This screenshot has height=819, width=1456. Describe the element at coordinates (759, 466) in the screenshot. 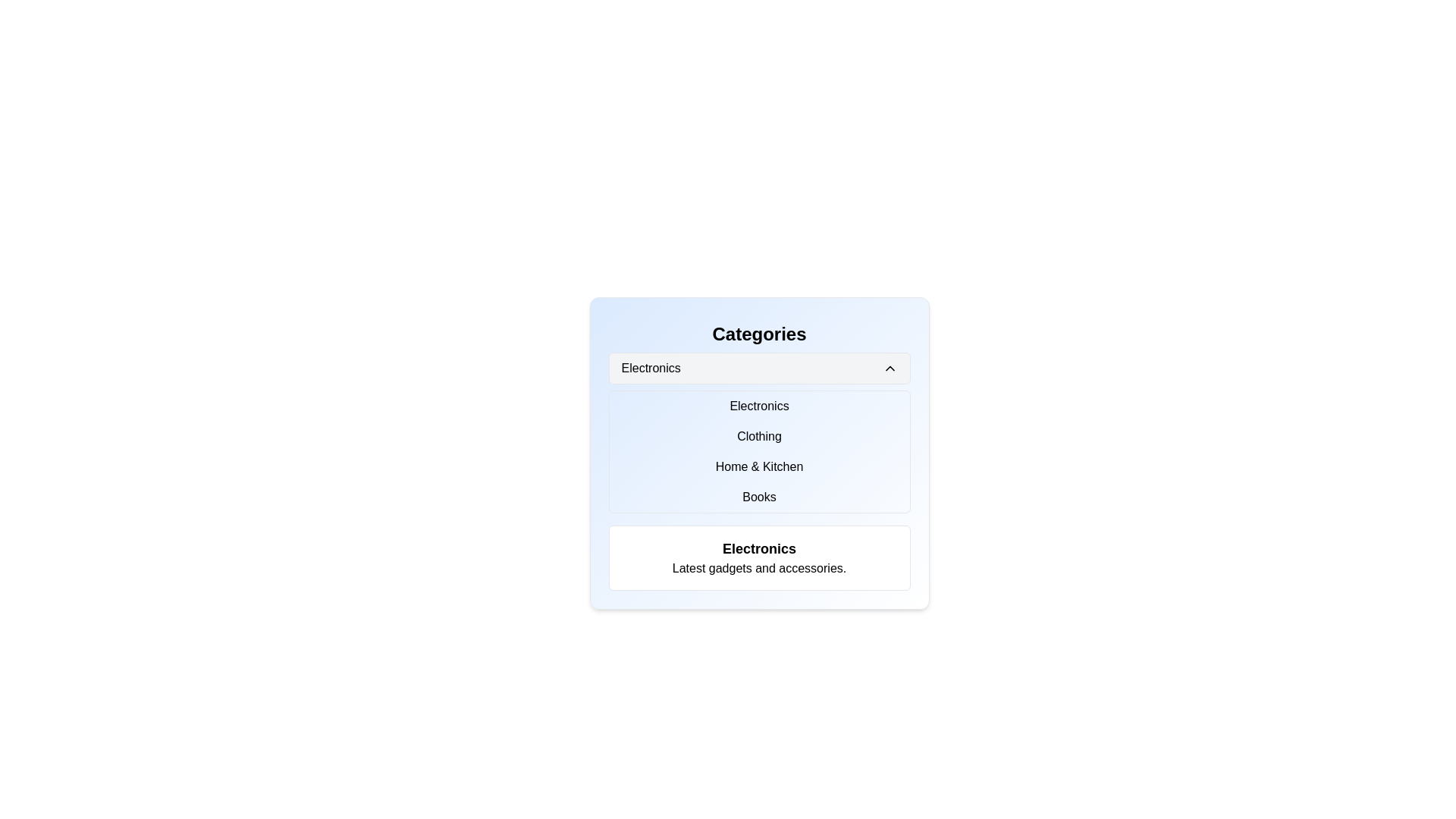

I see `the 'Home & Kitchen' category selection button, which is the third button in a vertical list of four buttons, located below the 'Clothing' button and above the 'Books' button` at that location.